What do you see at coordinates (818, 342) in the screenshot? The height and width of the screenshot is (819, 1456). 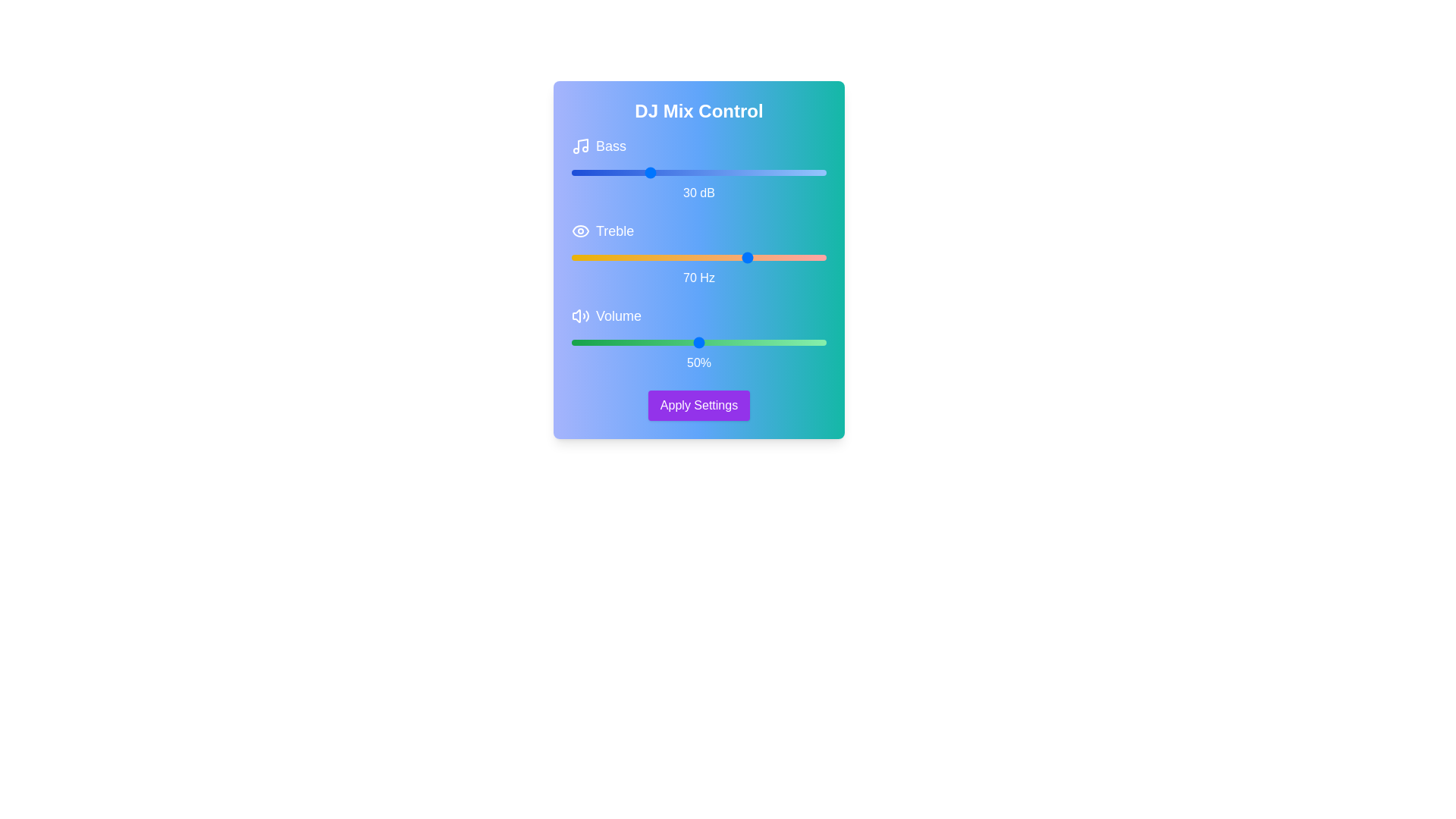 I see `the volume slider to set the volume to 97%` at bounding box center [818, 342].